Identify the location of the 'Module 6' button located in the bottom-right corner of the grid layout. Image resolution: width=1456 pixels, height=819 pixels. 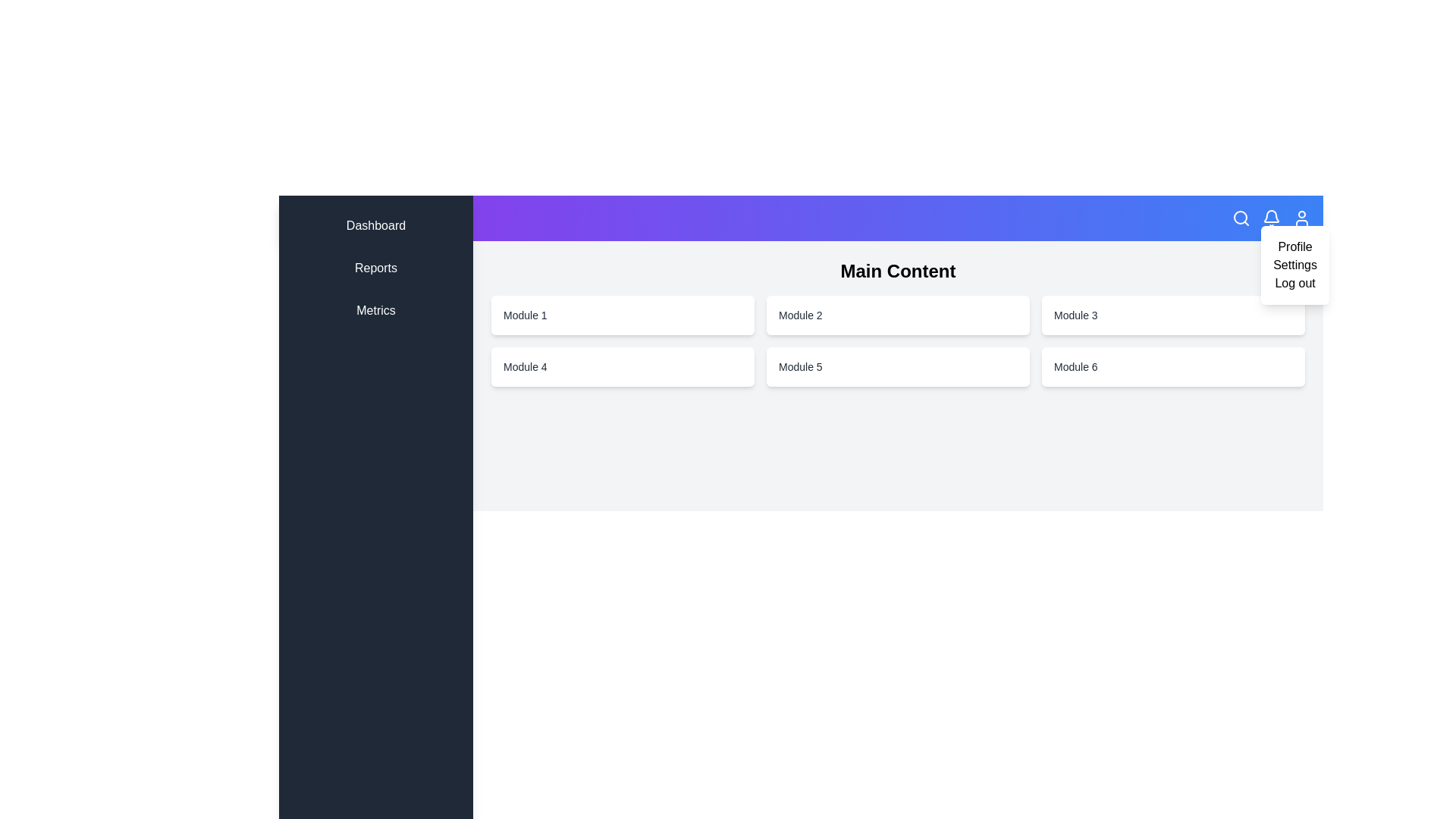
(1172, 366).